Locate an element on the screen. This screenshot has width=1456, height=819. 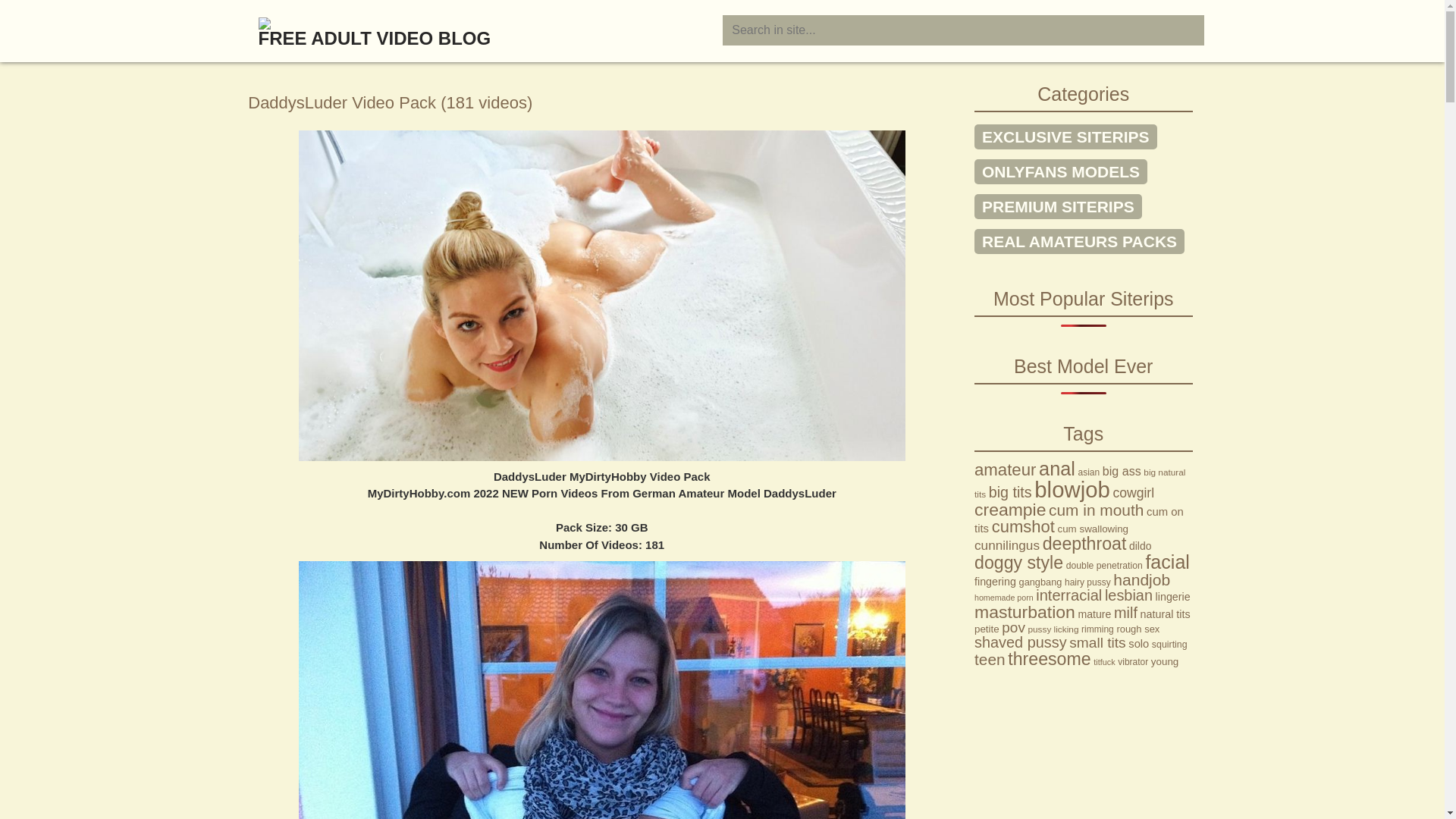
'anal' is located at coordinates (1056, 467).